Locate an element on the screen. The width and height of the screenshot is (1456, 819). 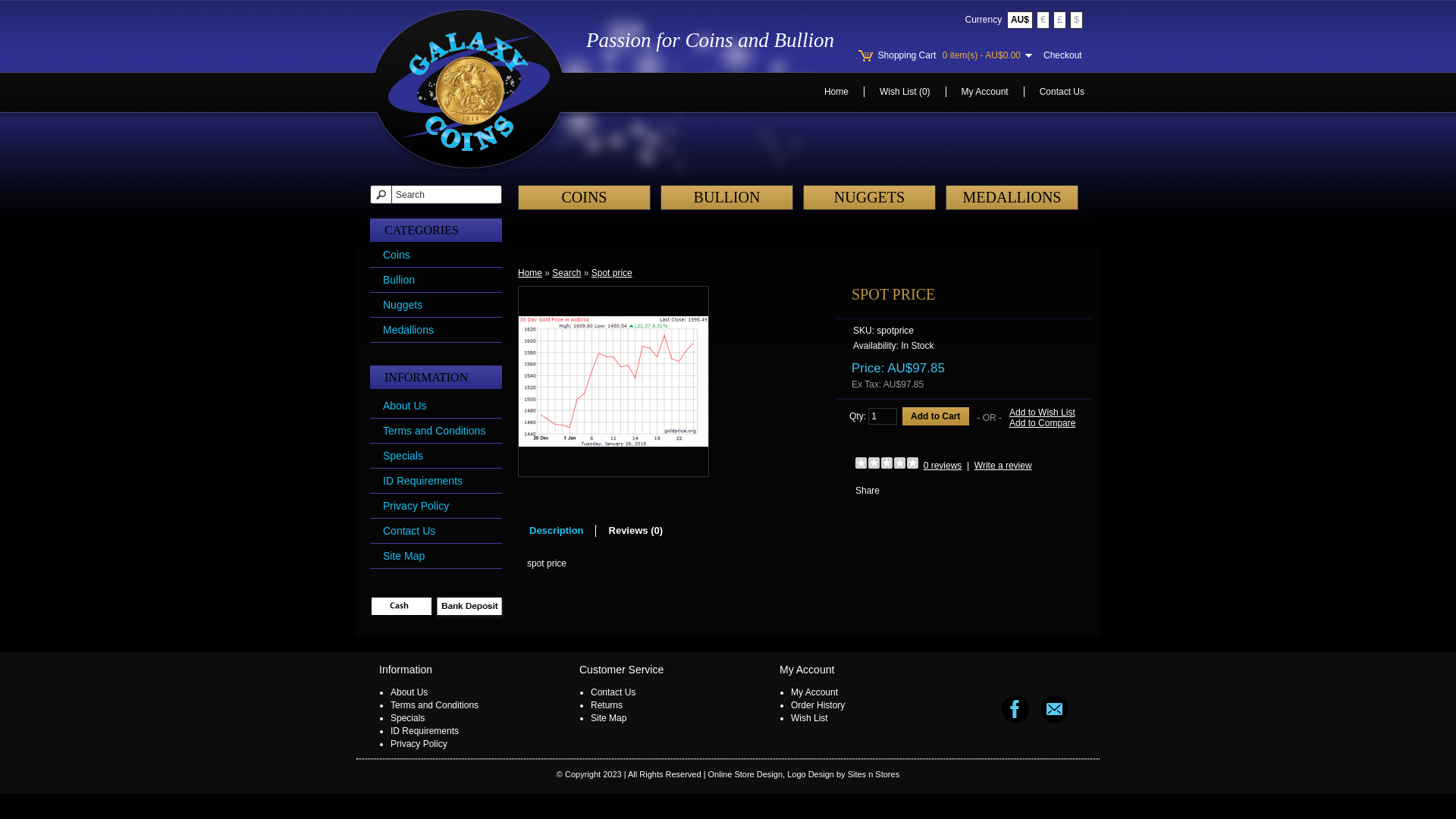
'Contact Us' is located at coordinates (1061, 91).